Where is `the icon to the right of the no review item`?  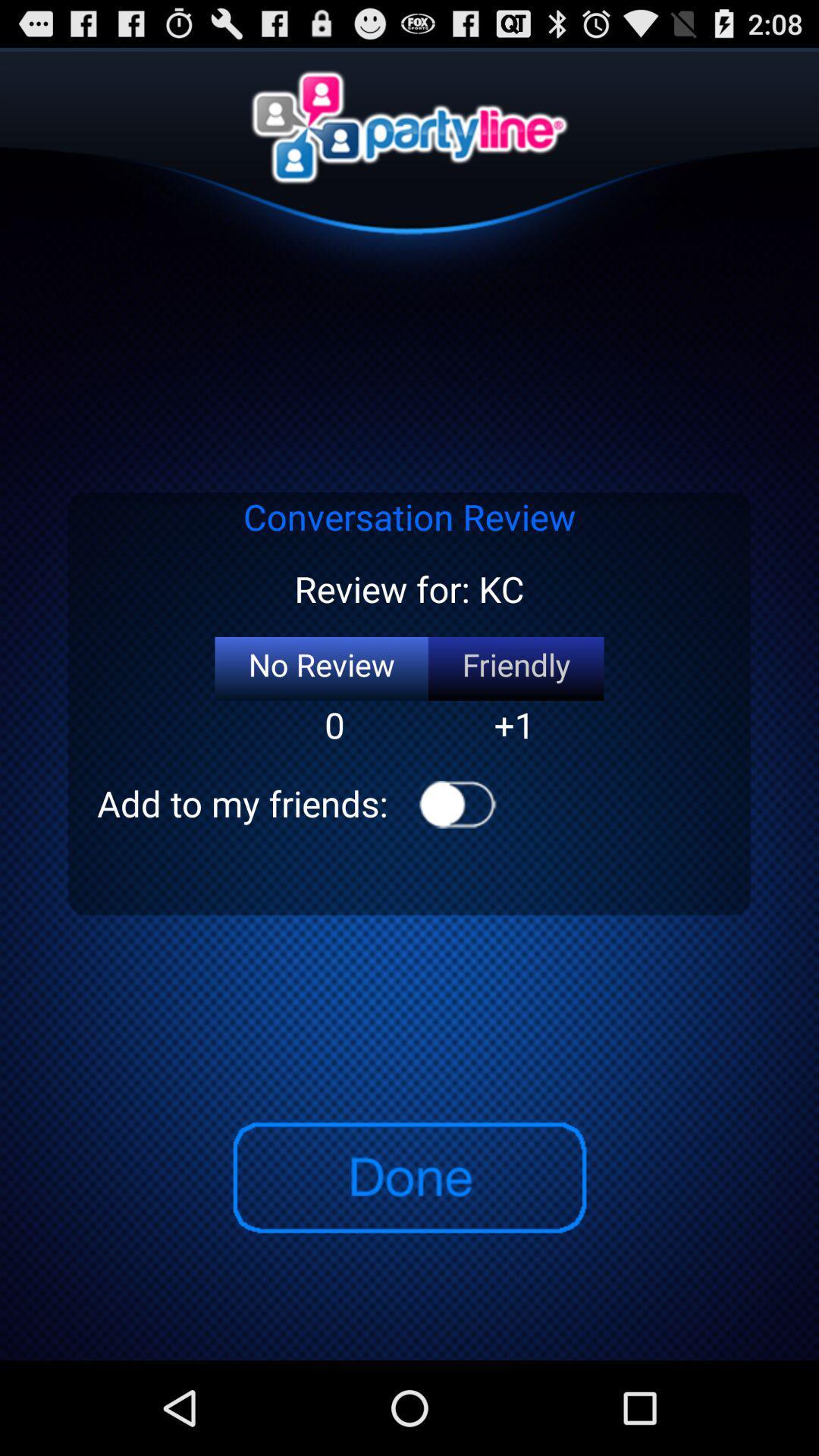
the icon to the right of the no review item is located at coordinates (515, 668).